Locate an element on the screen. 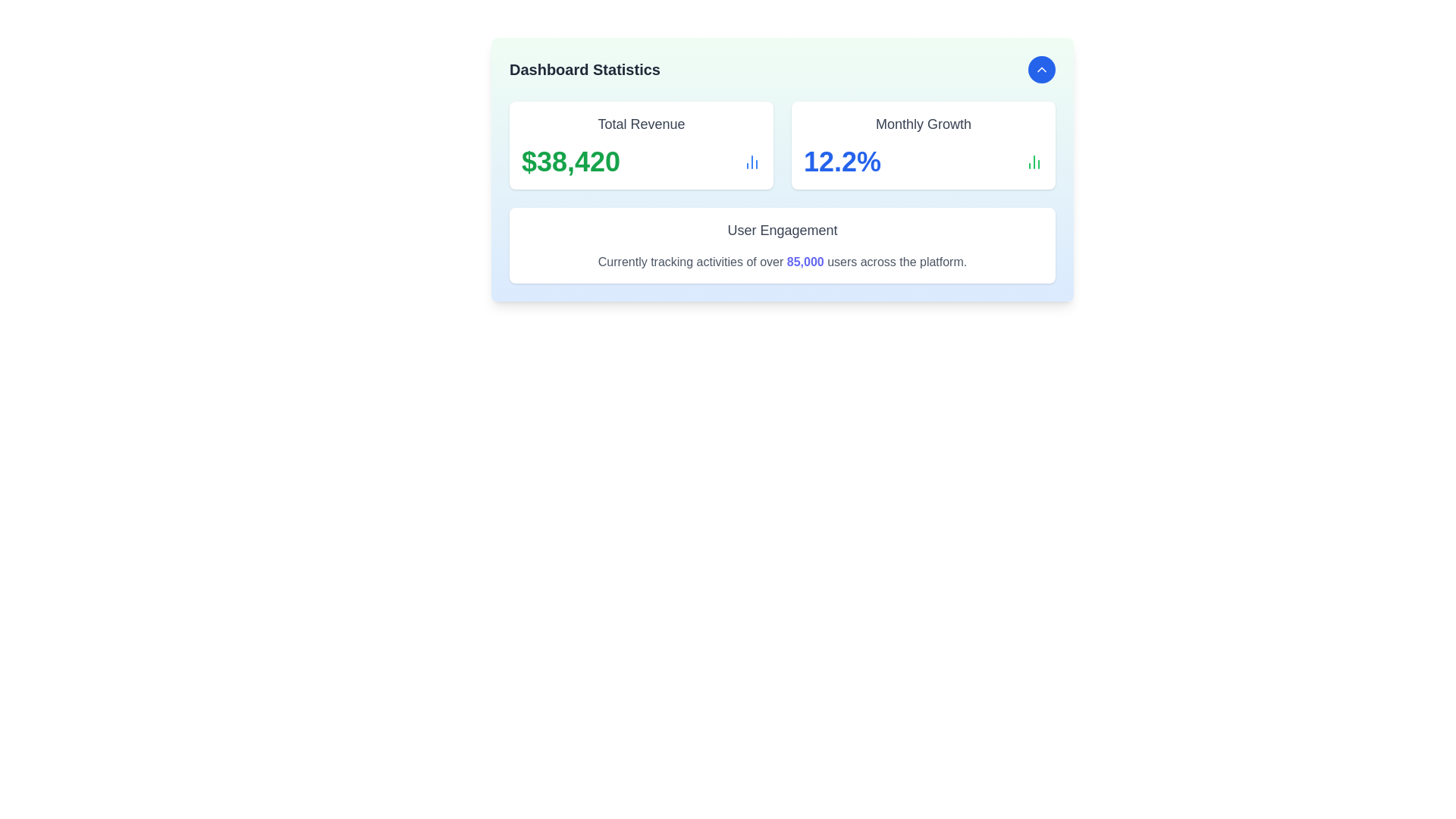 This screenshot has width=1456, height=819. the bold text label displaying 'Dashboard Statistics' at the top-left corner of the dashboard is located at coordinates (584, 70).